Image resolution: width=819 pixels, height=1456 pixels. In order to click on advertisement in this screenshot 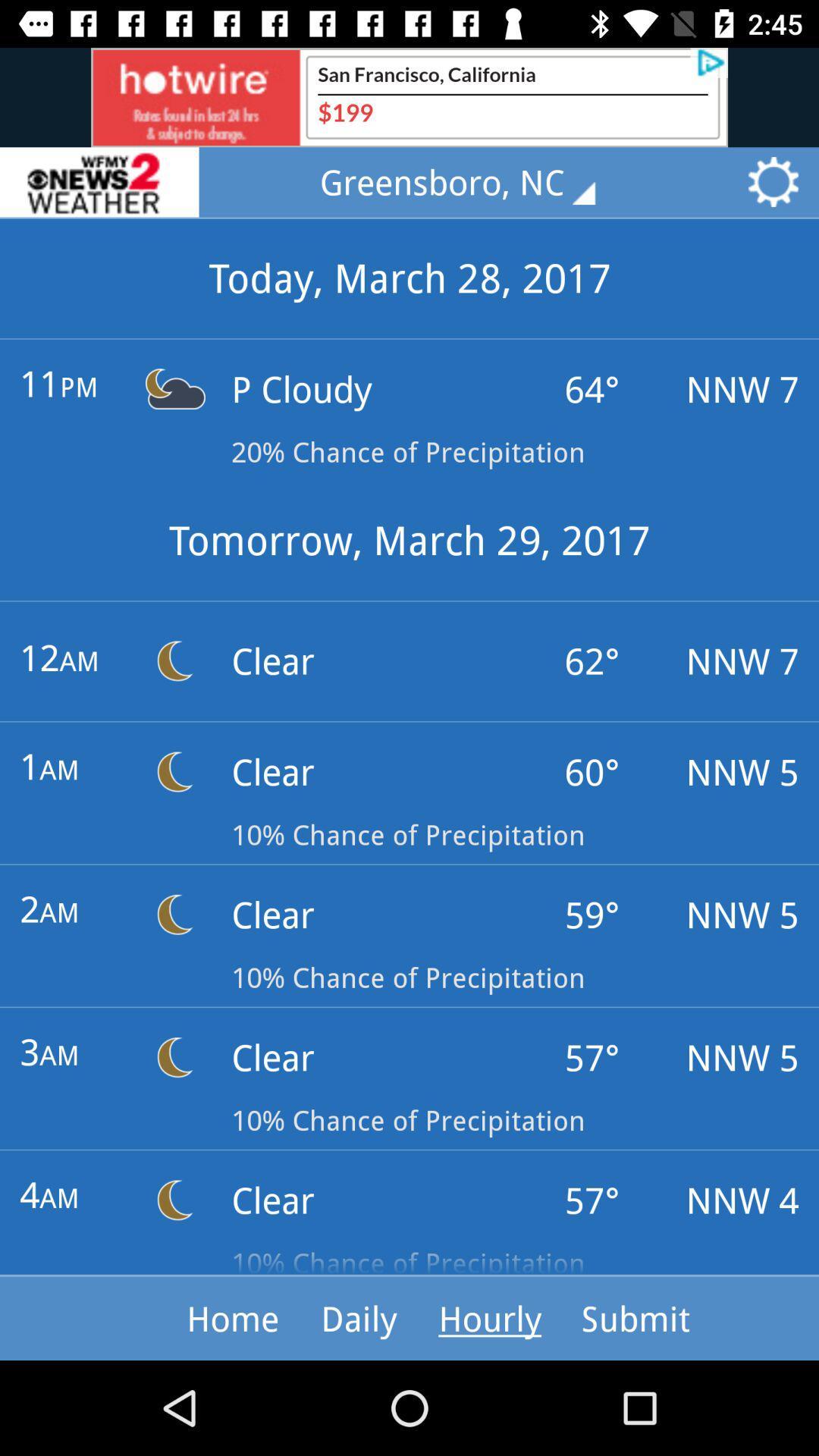, I will do `click(409, 96)`.